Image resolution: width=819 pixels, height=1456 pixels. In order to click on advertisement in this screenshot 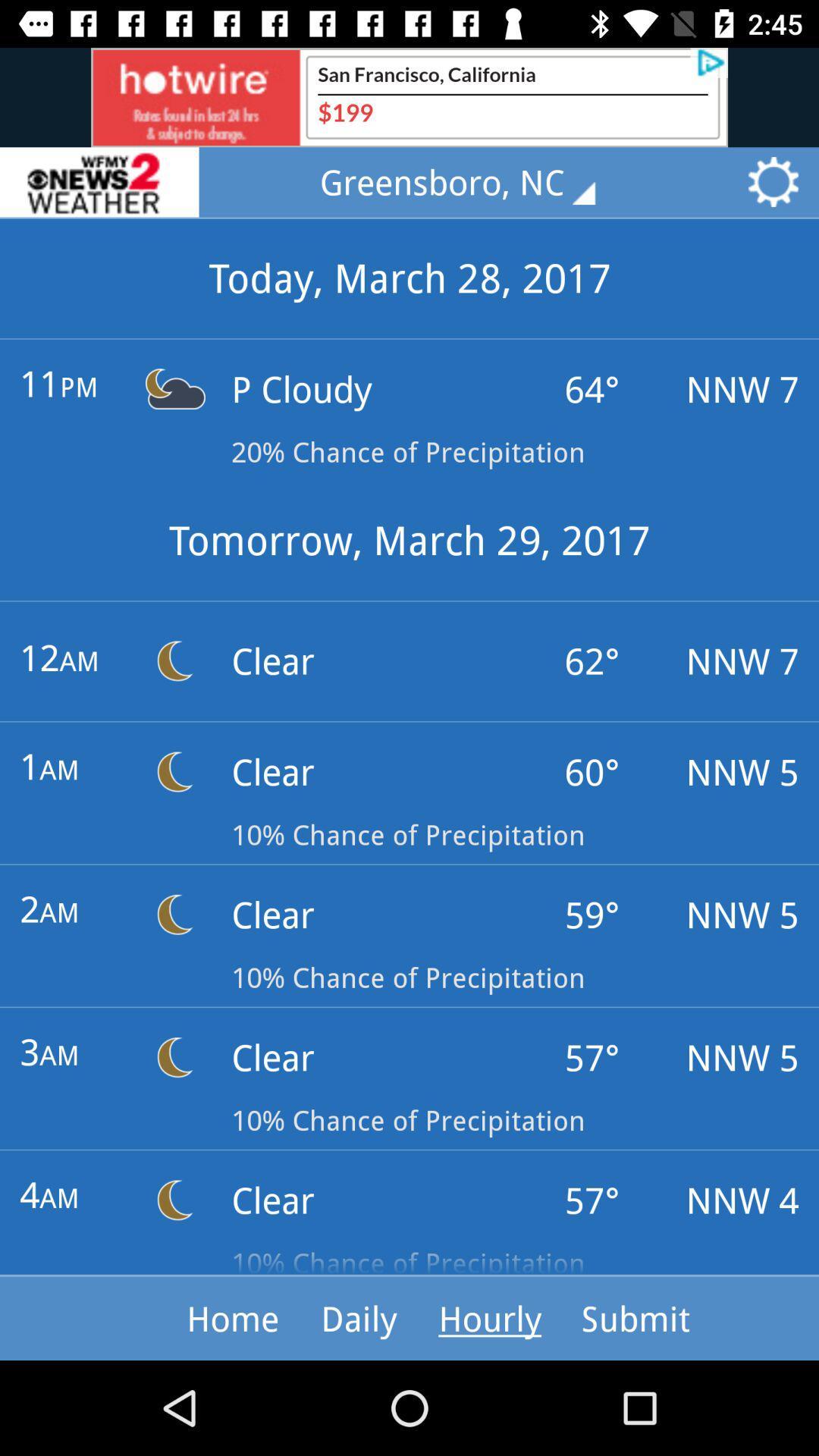, I will do `click(409, 96)`.